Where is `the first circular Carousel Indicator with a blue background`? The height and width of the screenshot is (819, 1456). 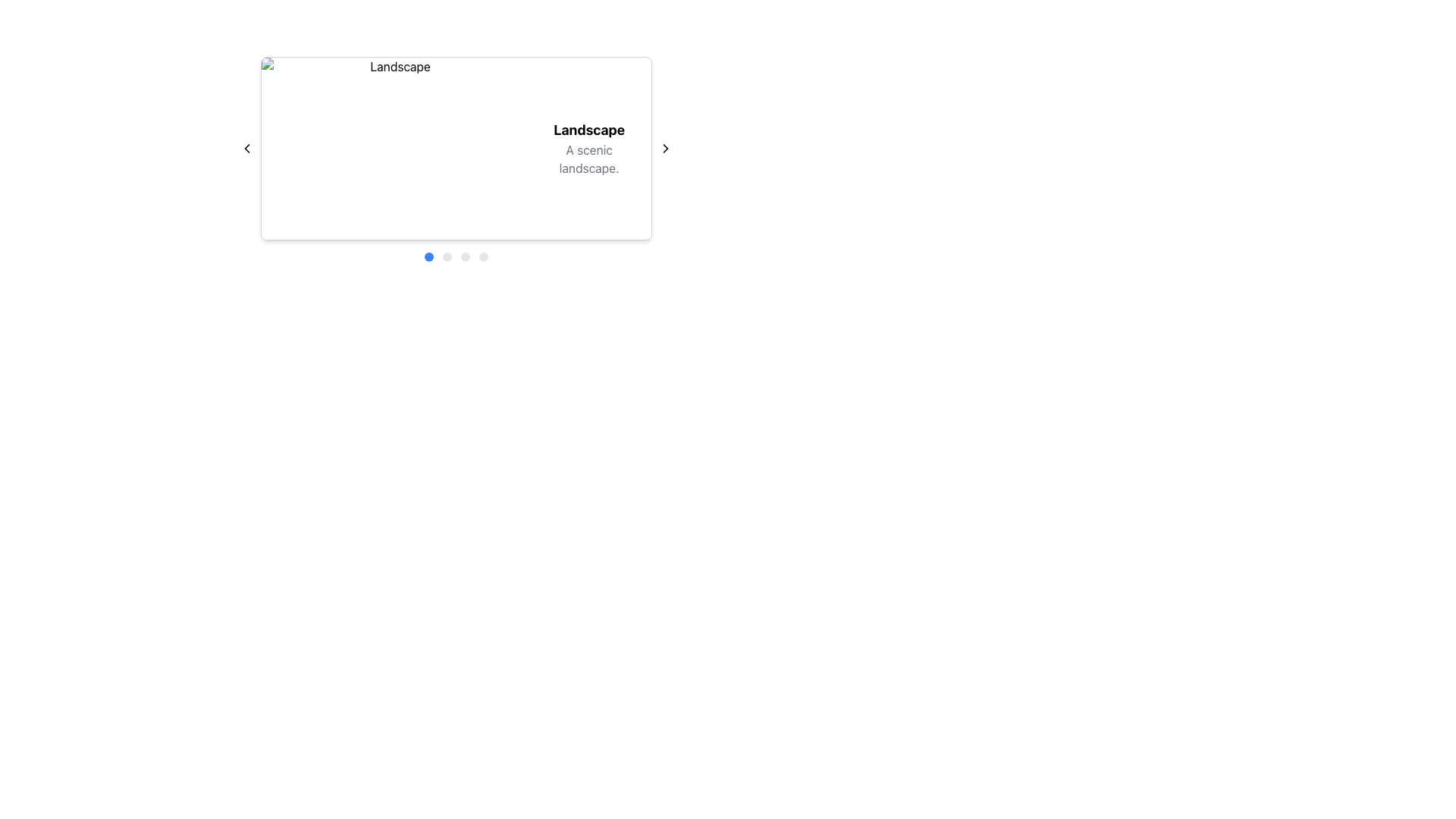 the first circular Carousel Indicator with a blue background is located at coordinates (428, 256).